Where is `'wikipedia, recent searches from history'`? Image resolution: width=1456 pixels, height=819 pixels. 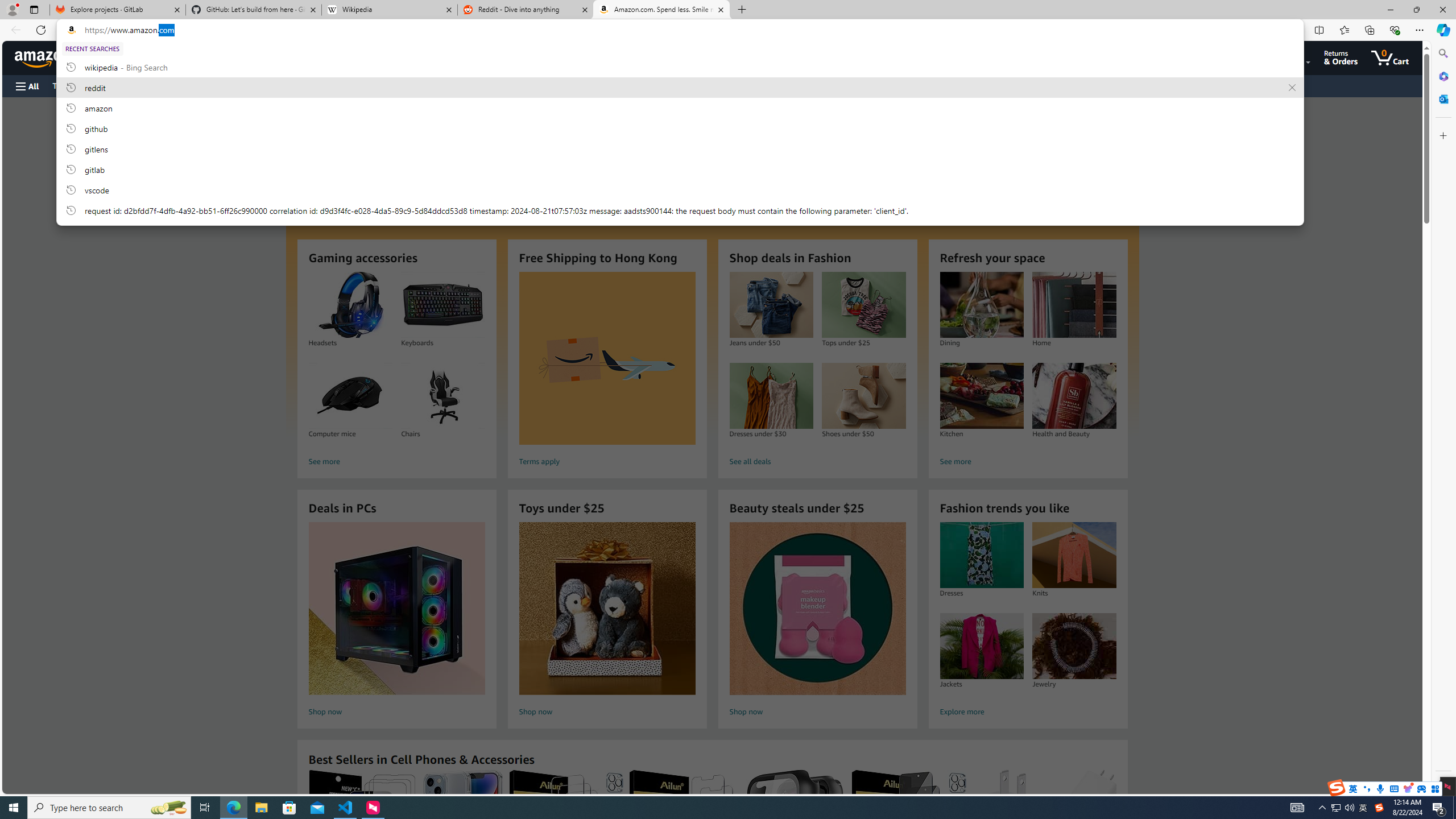 'wikipedia, recent searches from history' is located at coordinates (679, 66).